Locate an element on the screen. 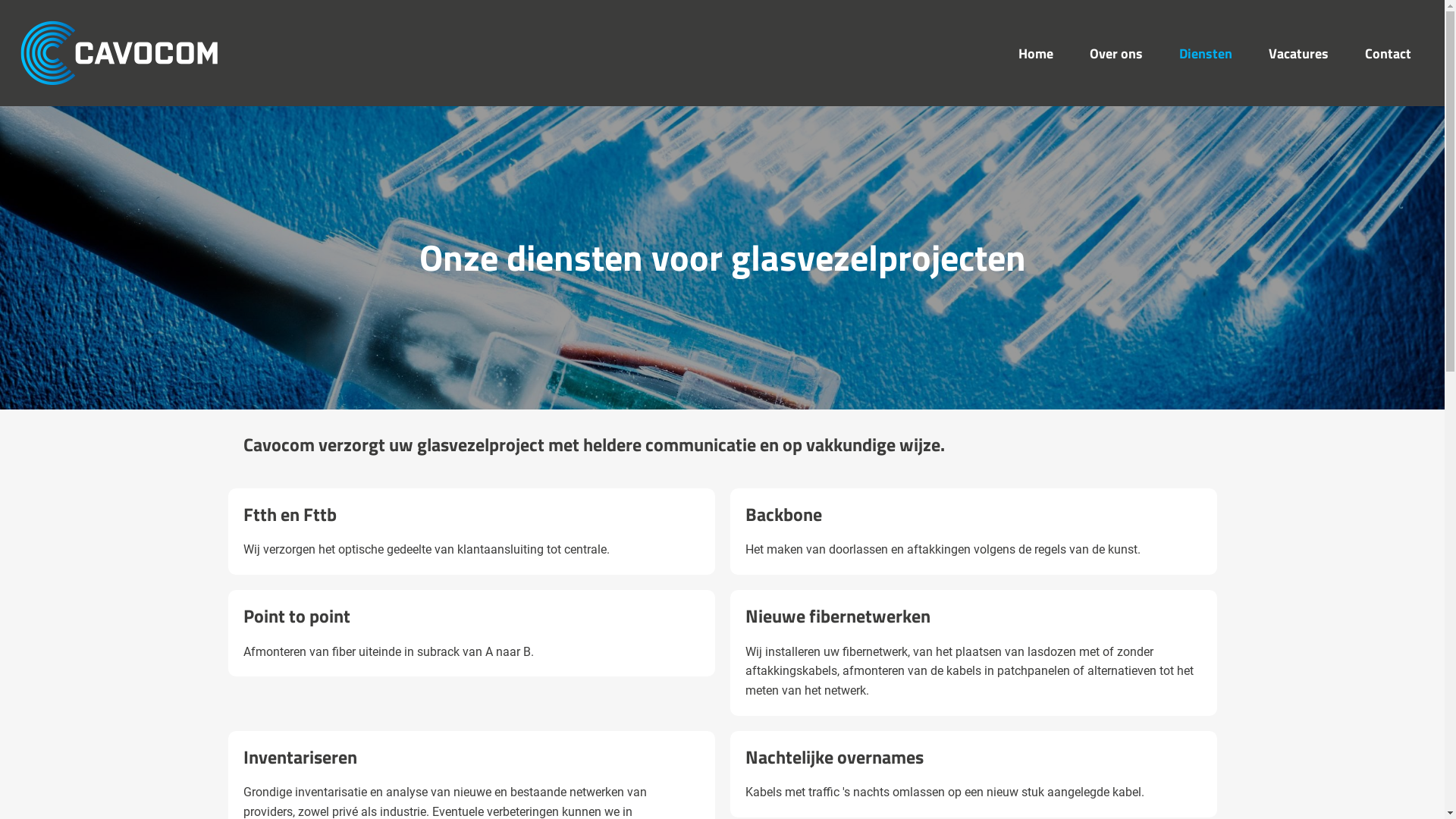 This screenshot has width=1456, height=819. 'Over ons' is located at coordinates (1116, 52).